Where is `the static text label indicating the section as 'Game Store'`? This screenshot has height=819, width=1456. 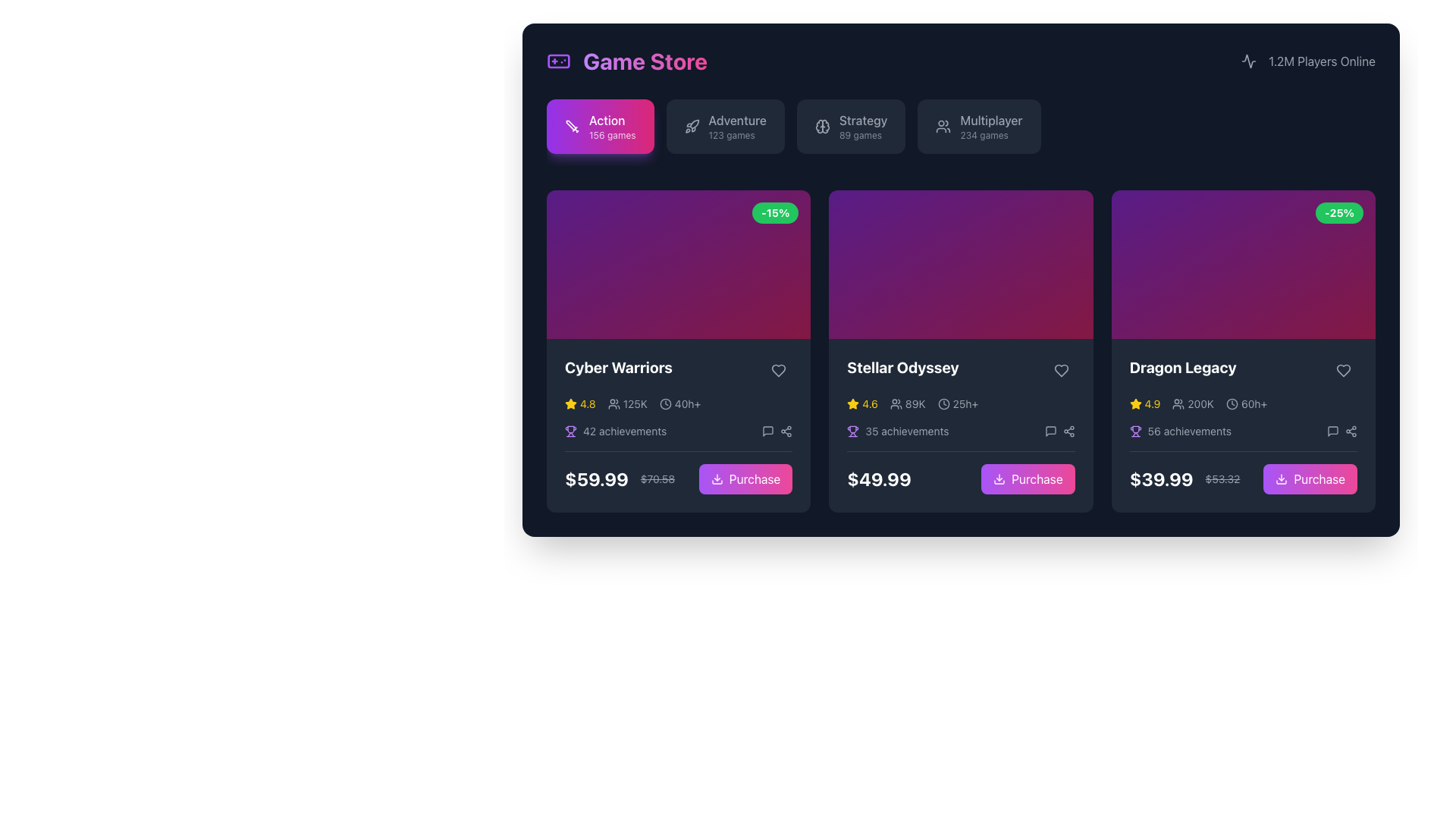 the static text label indicating the section as 'Game Store' is located at coordinates (627, 61).